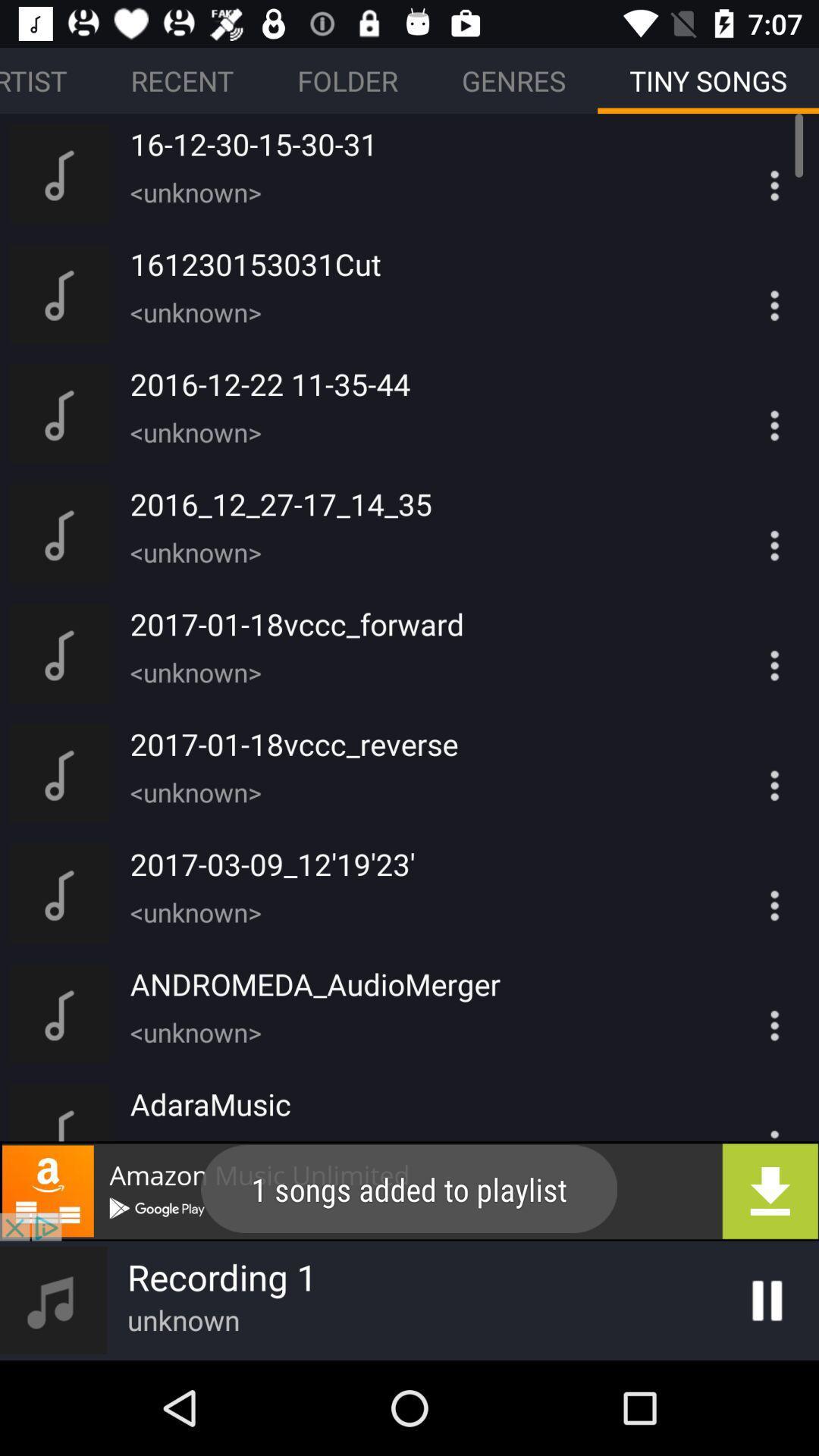  I want to click on the pause icon, so click(767, 1300).